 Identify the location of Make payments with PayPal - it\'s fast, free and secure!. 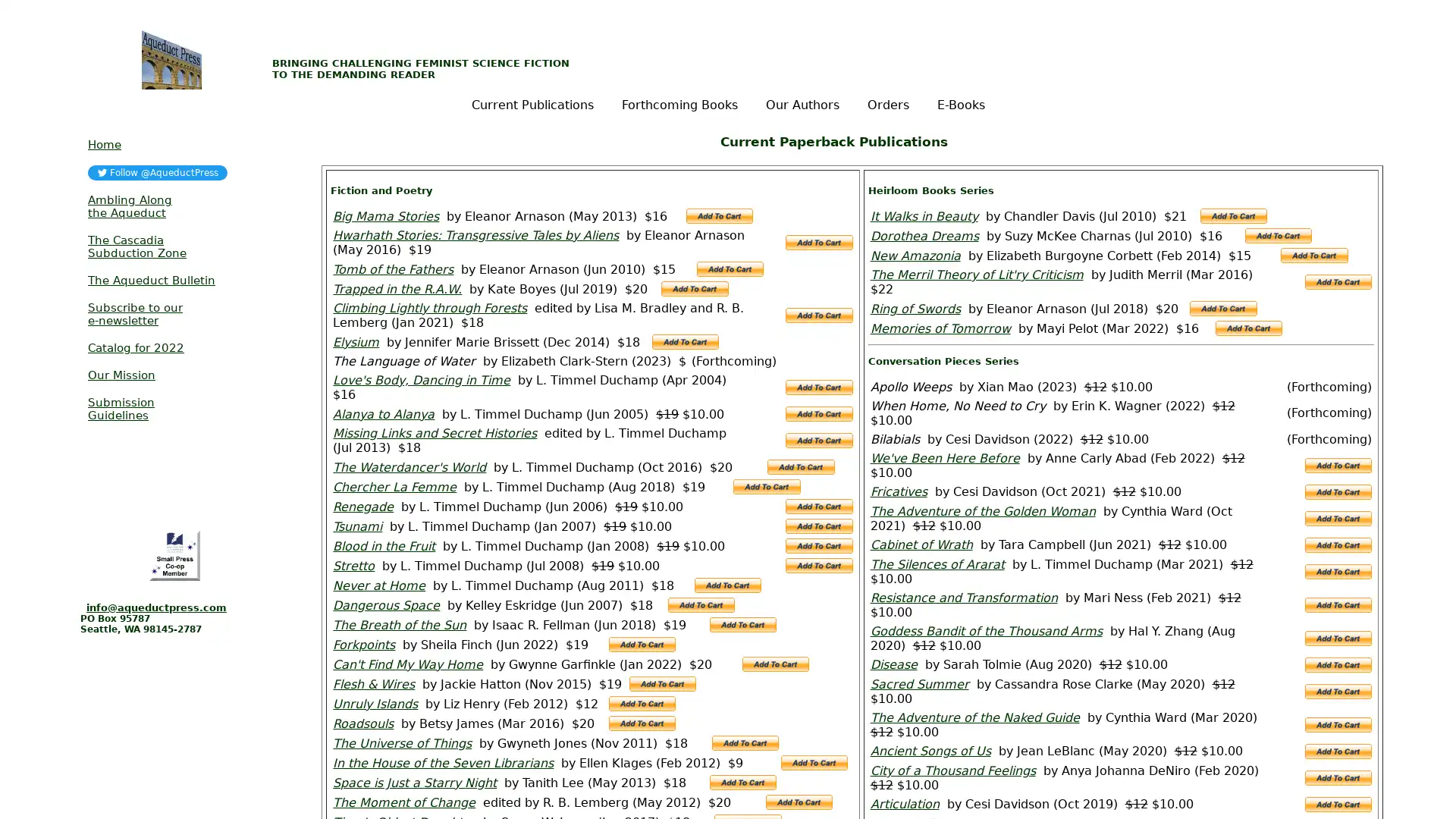
(813, 763).